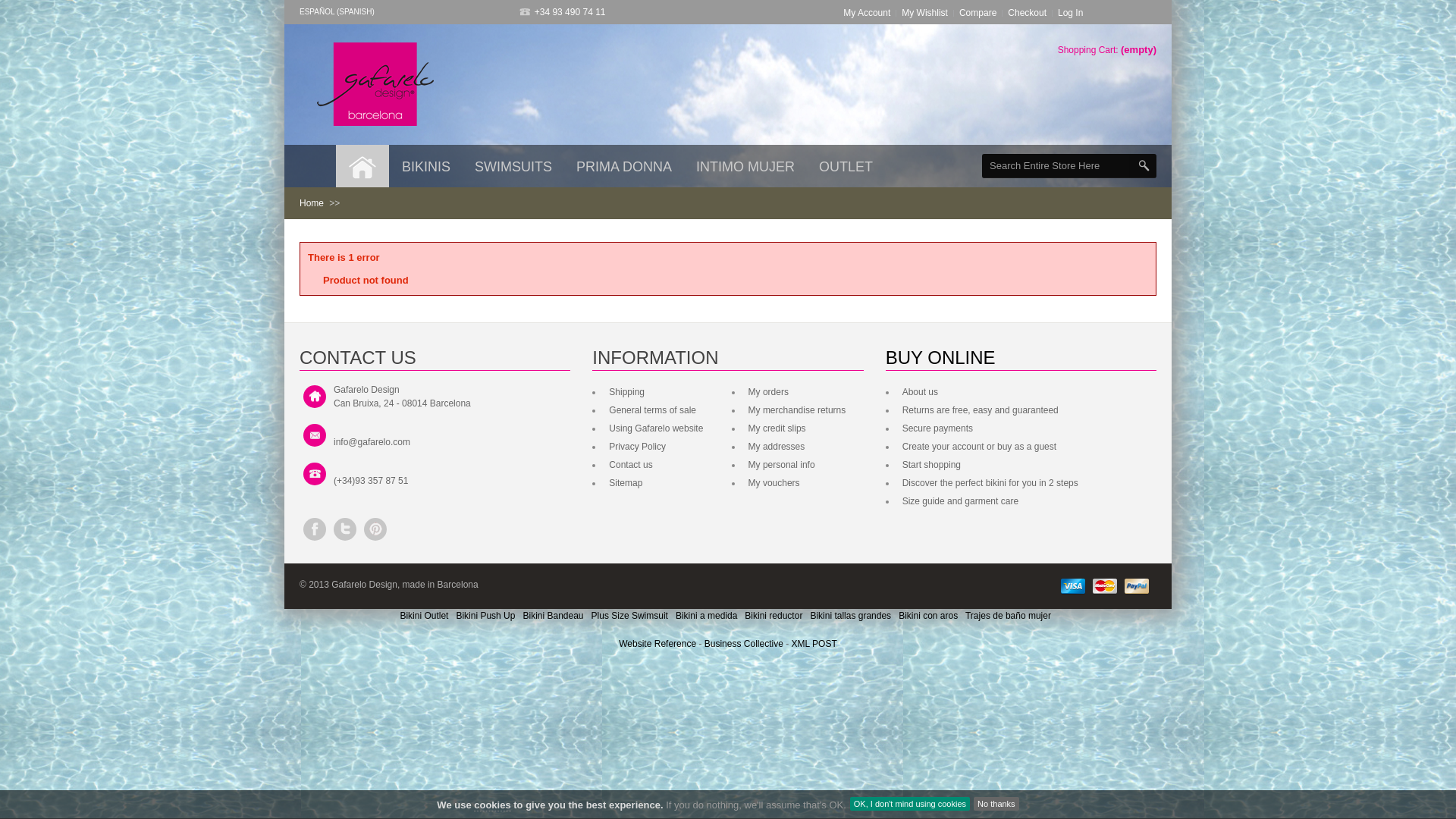  What do you see at coordinates (773, 616) in the screenshot?
I see `'Bikini reductor'` at bounding box center [773, 616].